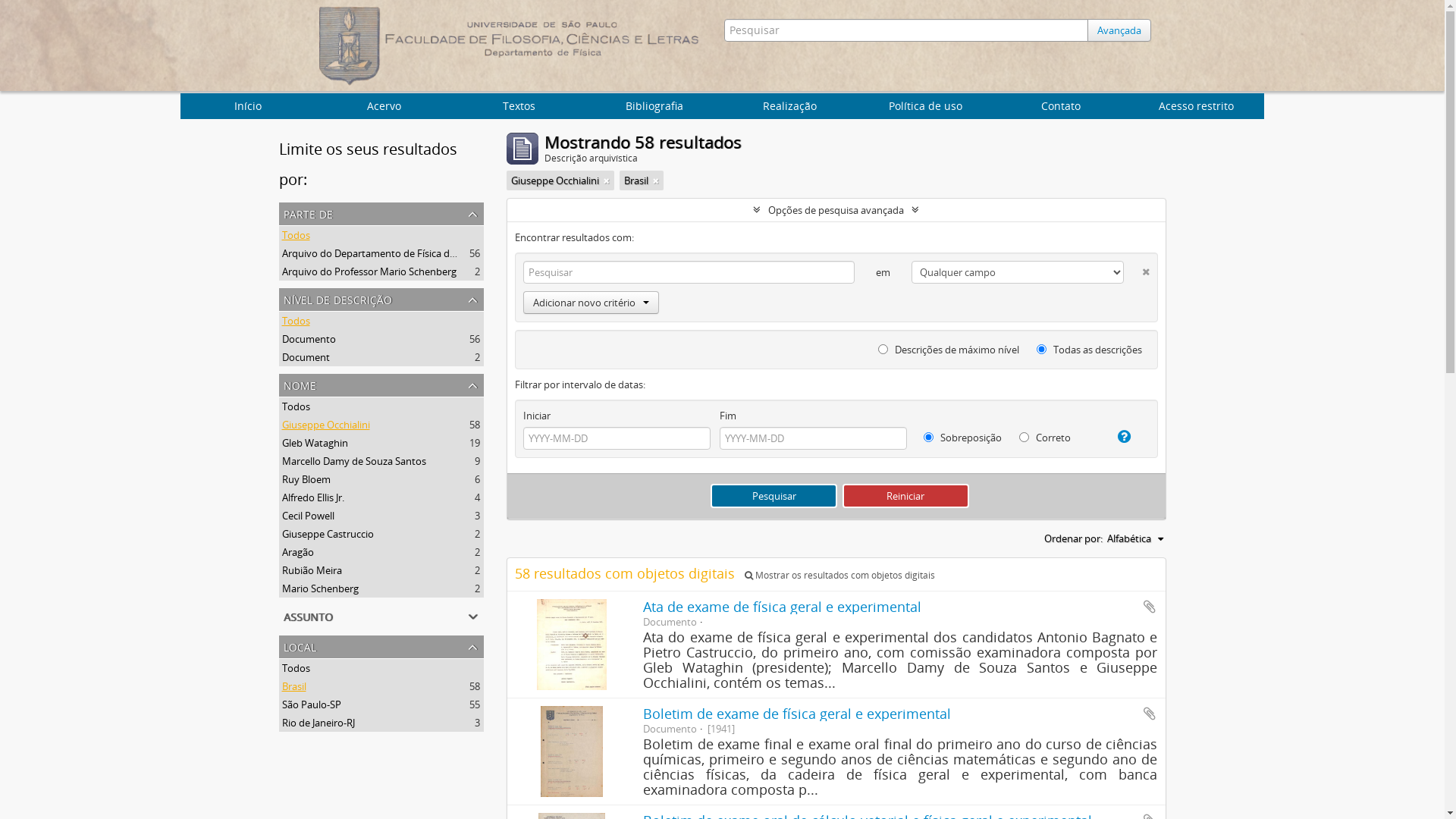 The height and width of the screenshot is (819, 1456). What do you see at coordinates (519, 105) in the screenshot?
I see `'Textos'` at bounding box center [519, 105].